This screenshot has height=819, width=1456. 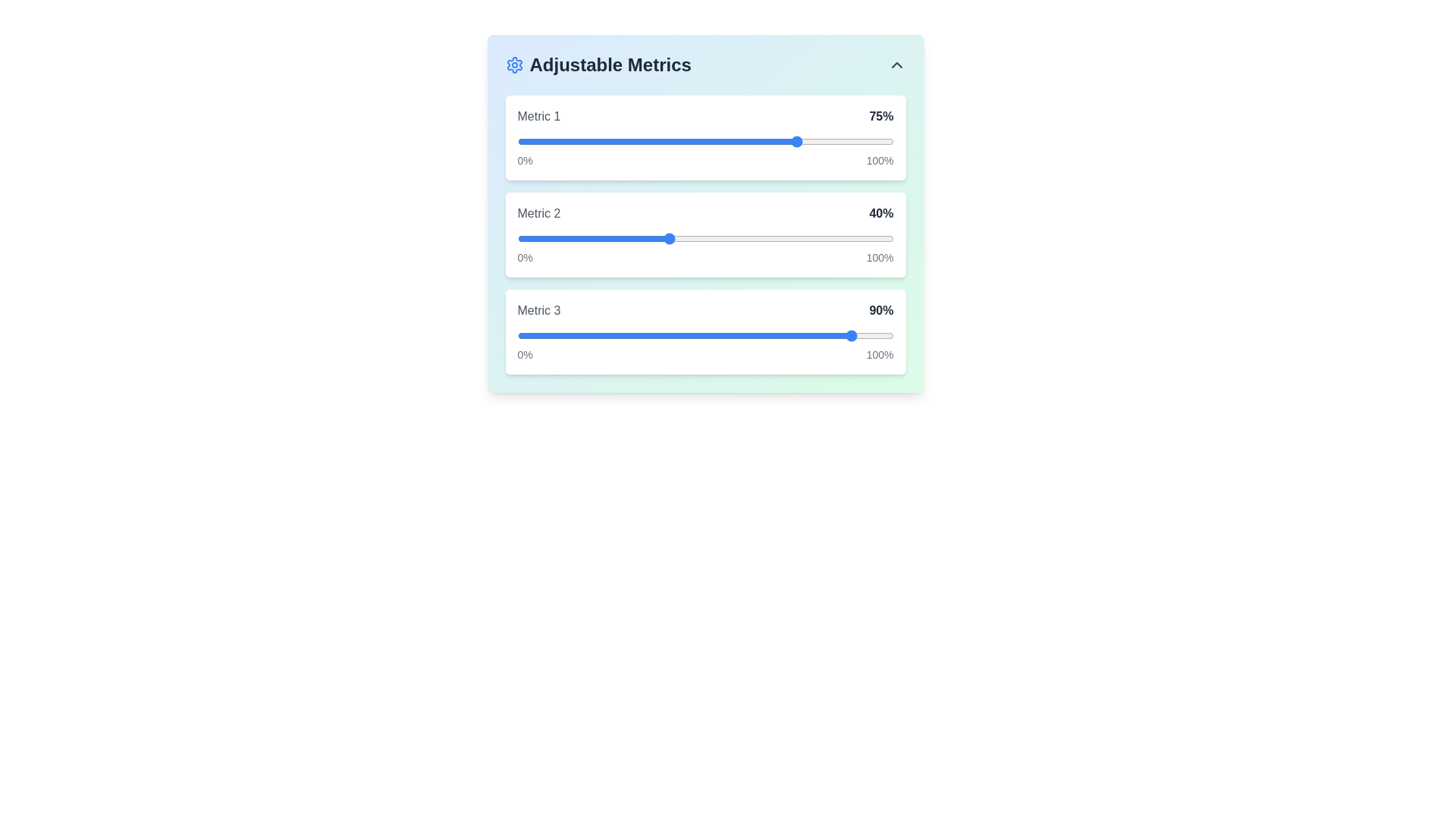 What do you see at coordinates (881, 213) in the screenshot?
I see `the static text display showing the percentage value for Metric 2, located at the right end of the horizontal layout in the second row of the metrics section` at bounding box center [881, 213].